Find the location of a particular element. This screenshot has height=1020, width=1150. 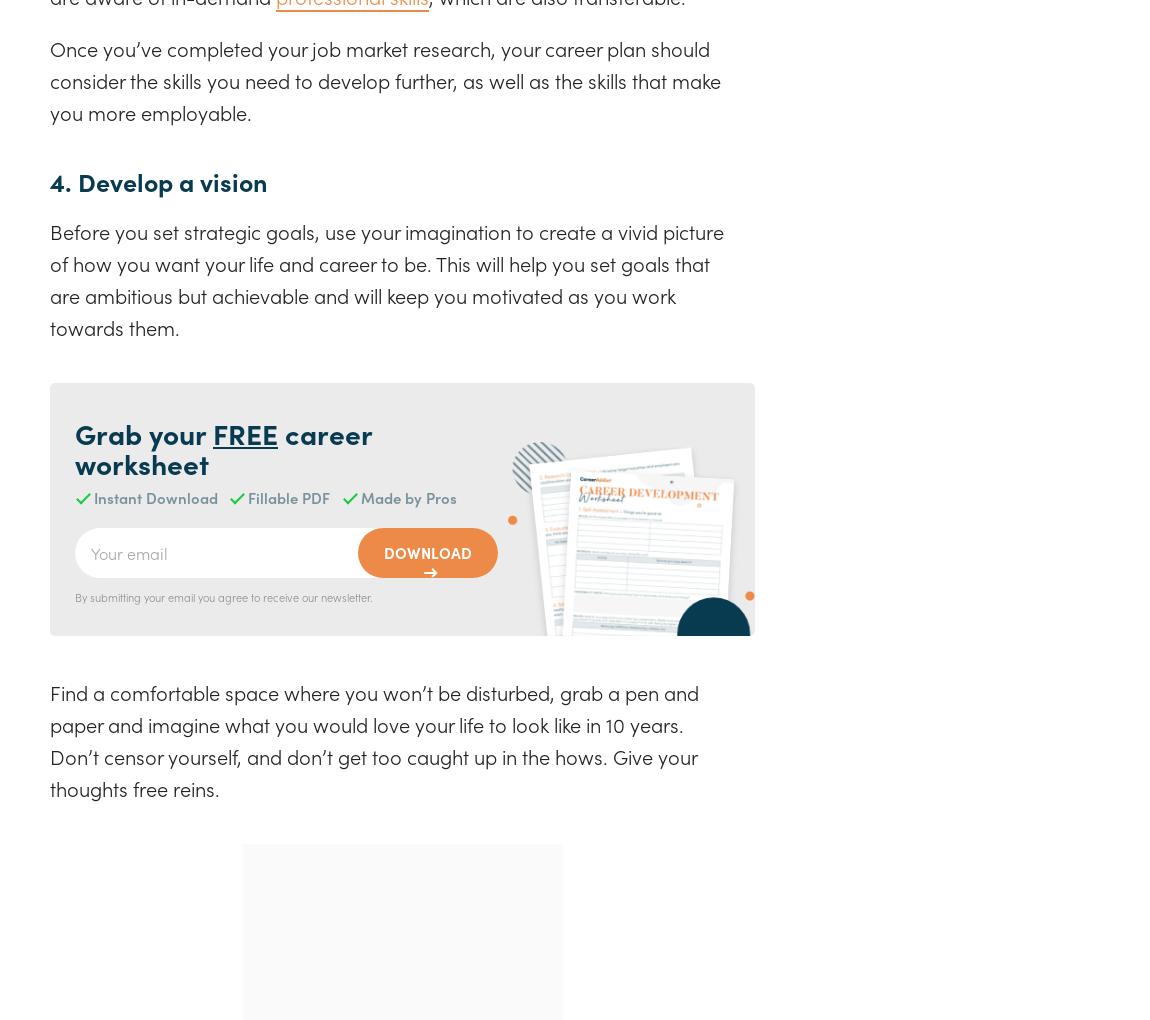

'Grab your' is located at coordinates (142, 431).